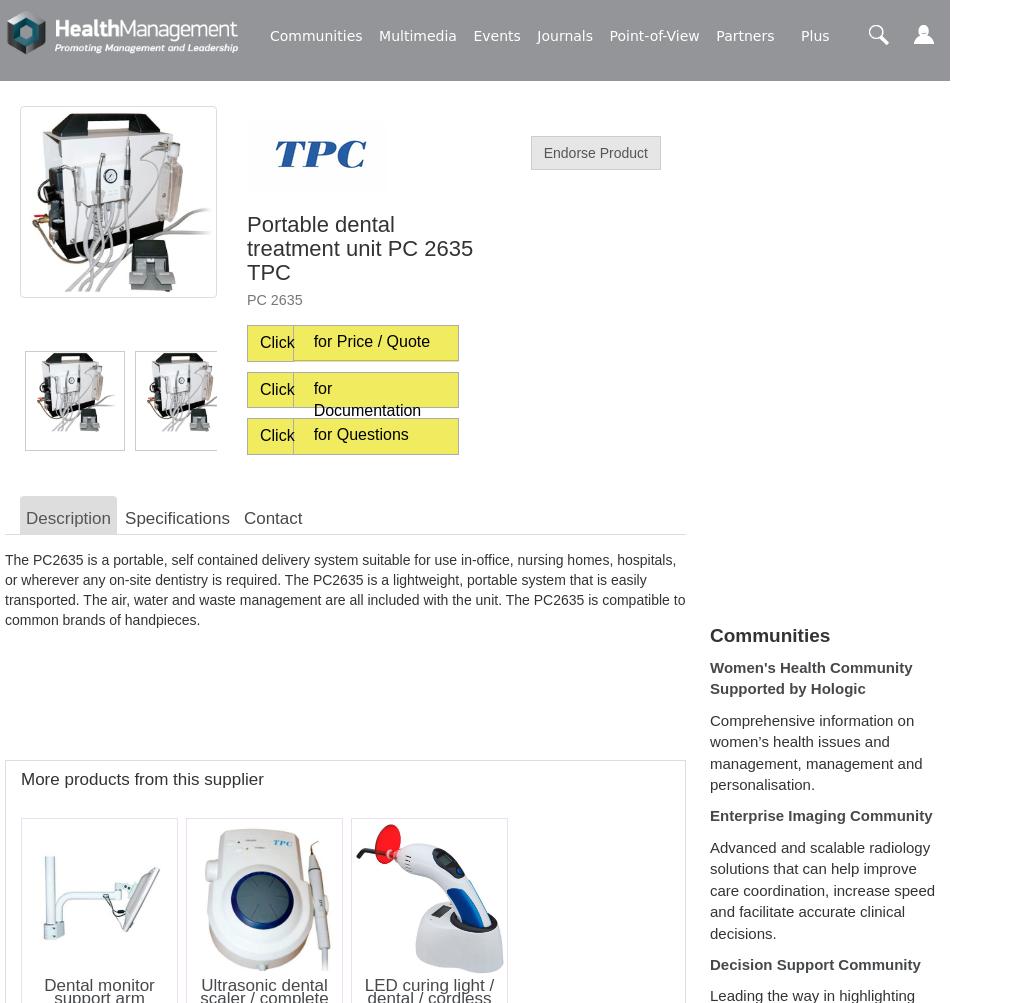 This screenshot has height=1003, width=1010. What do you see at coordinates (594, 151) in the screenshot?
I see `'Endorse Product'` at bounding box center [594, 151].